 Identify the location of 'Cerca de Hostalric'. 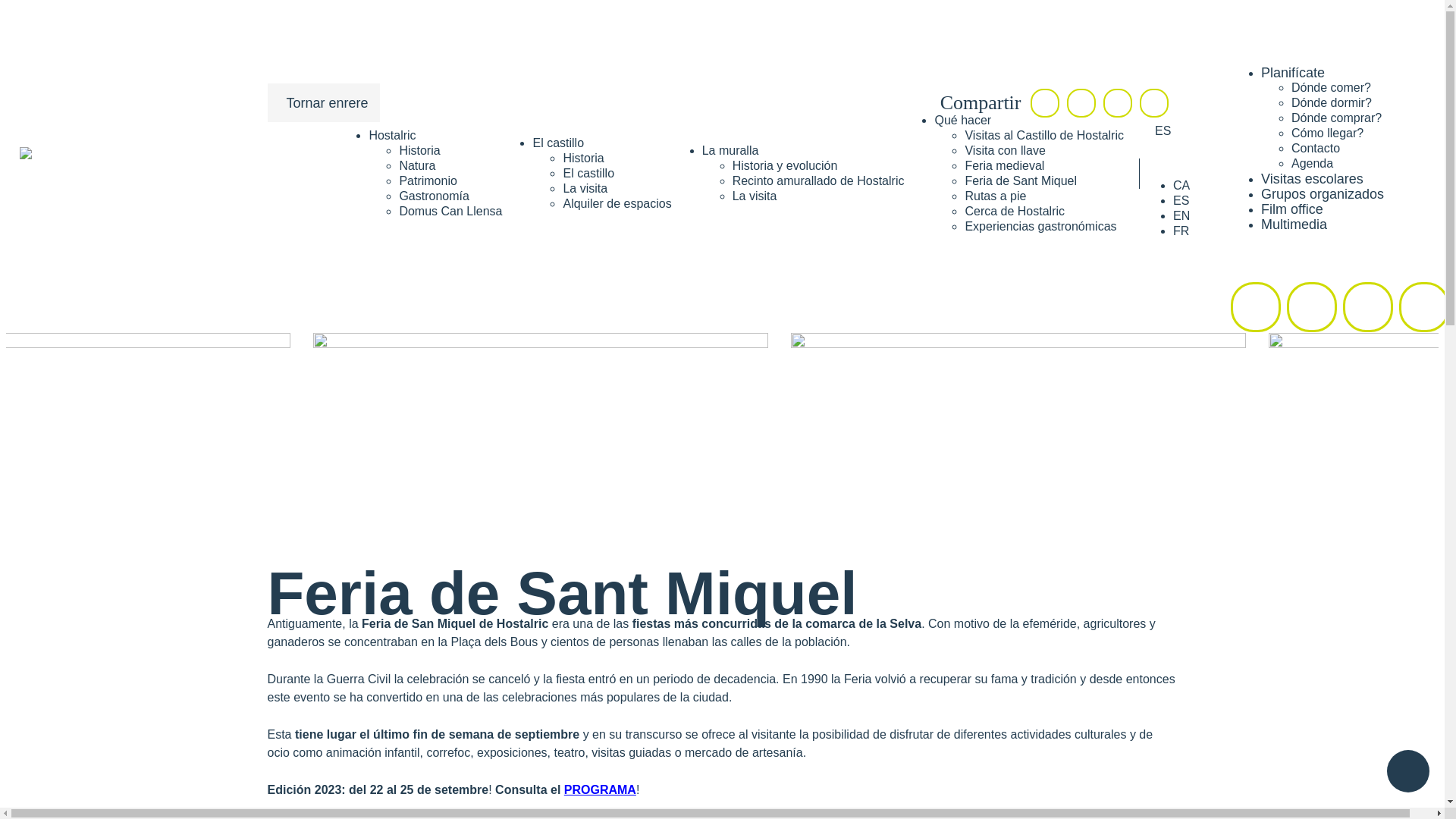
(1015, 211).